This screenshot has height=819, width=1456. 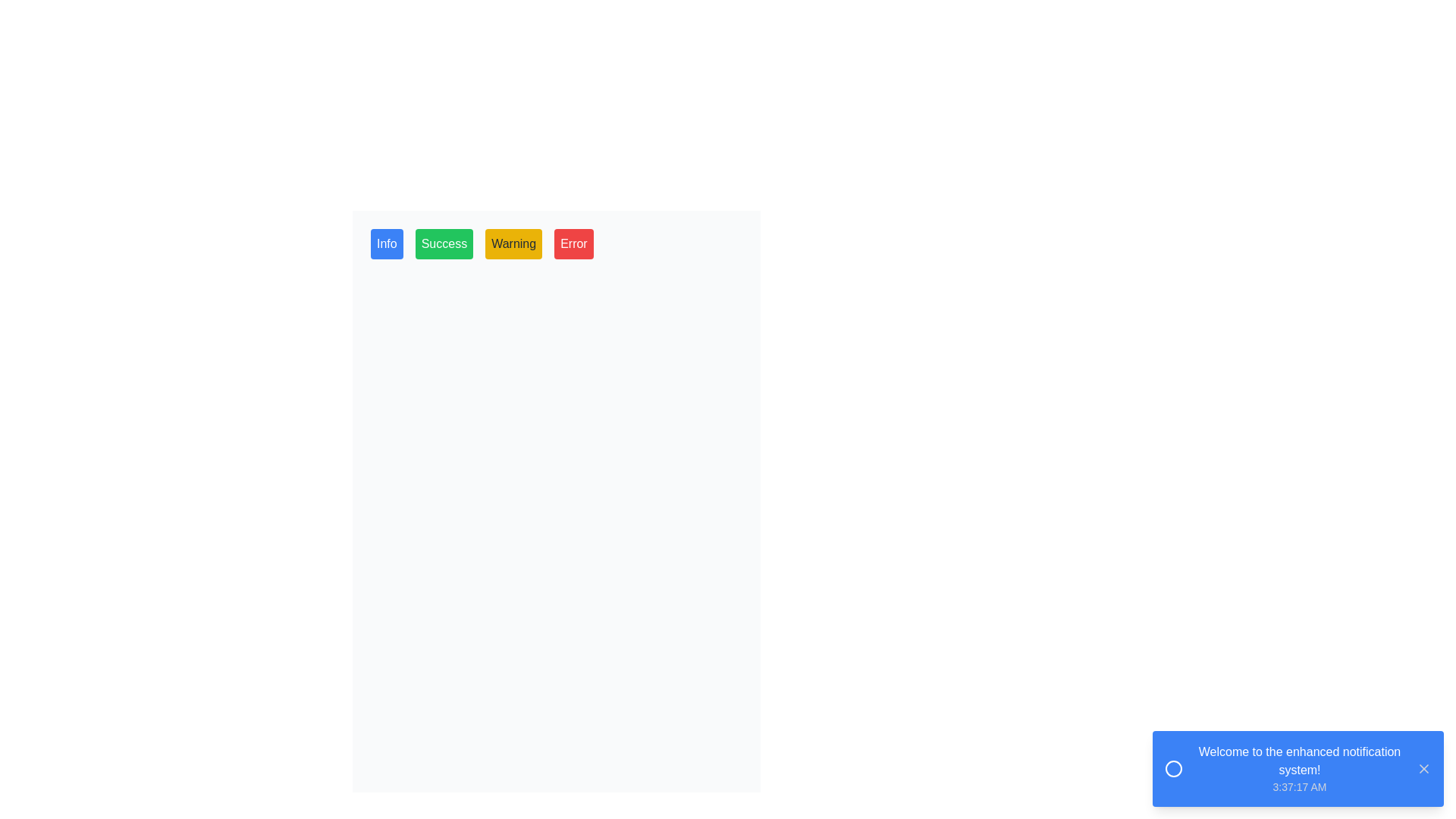 I want to click on the small, cross-shaped icon with a white 'X' symbol on a transparent background, so click(x=1423, y=769).